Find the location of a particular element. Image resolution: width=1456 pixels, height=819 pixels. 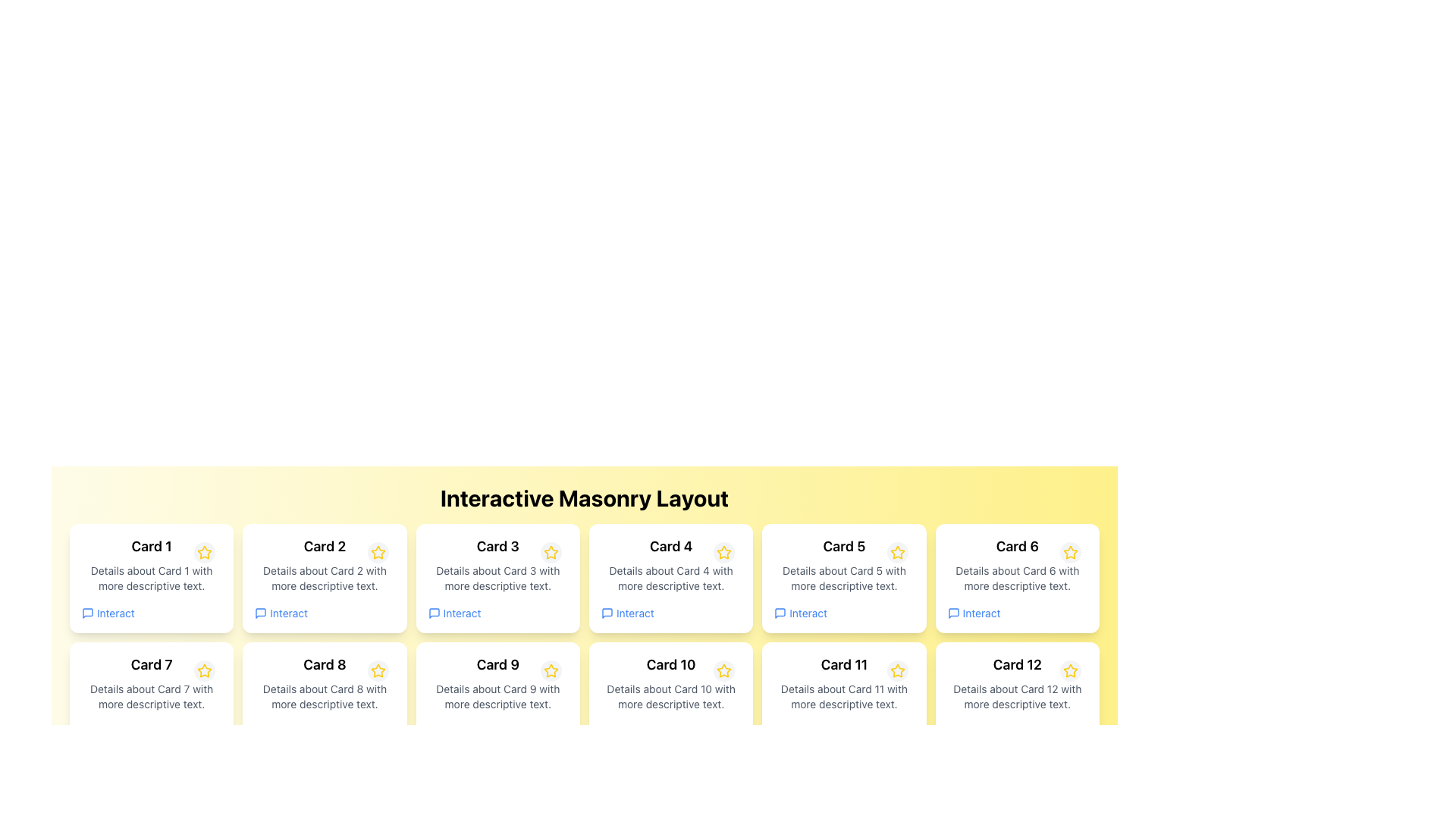

the star icon located on the Card 3 UI component, which is the third card in the grid layout, to rate or bookmark it is located at coordinates (497, 579).